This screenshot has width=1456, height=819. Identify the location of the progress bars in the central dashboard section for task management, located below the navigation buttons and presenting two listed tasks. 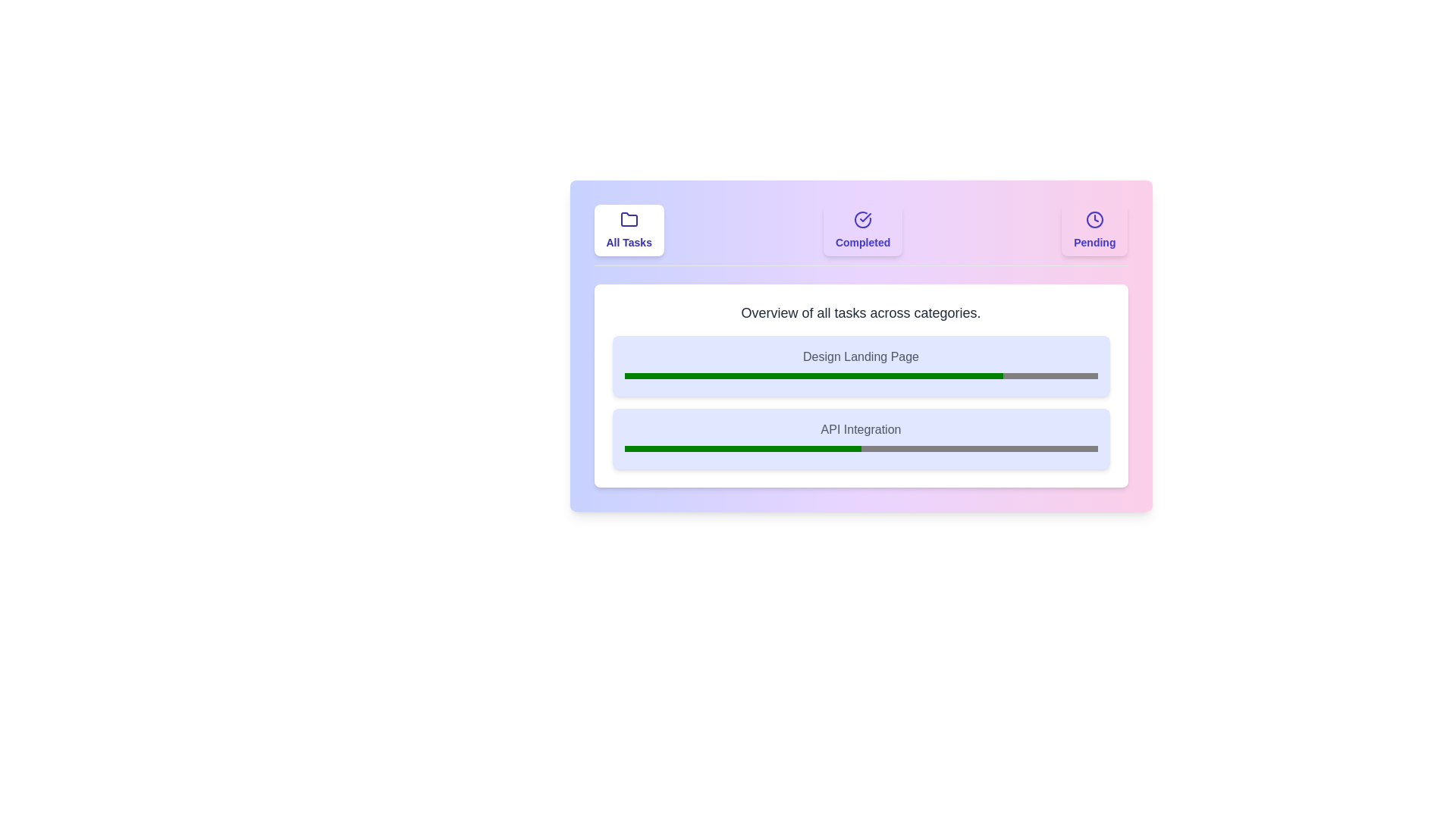
(861, 346).